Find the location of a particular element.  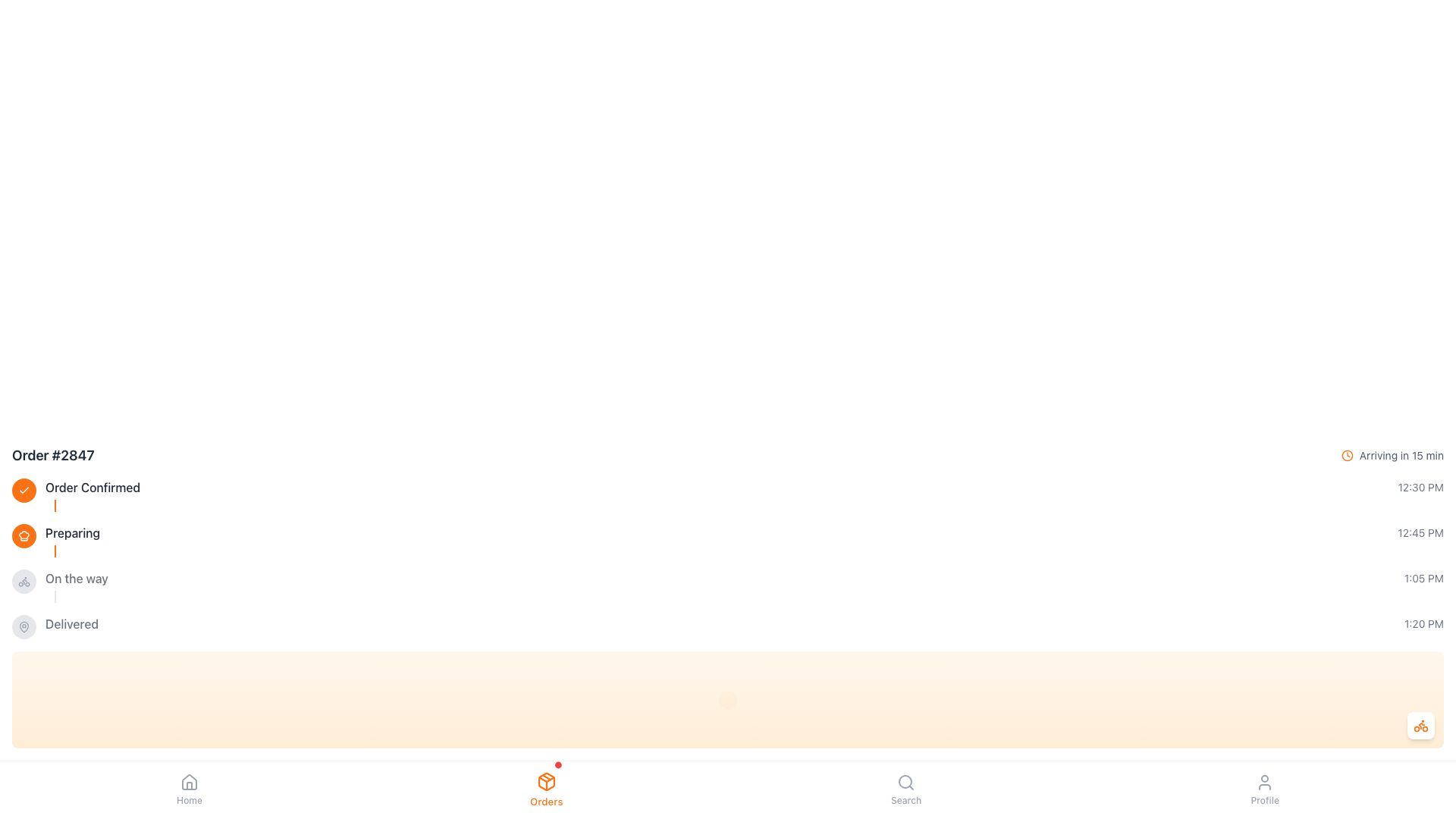

the small, rounded, orange-colored circle located centrally within the gradient orange area at the bottom of the interface is located at coordinates (728, 699).